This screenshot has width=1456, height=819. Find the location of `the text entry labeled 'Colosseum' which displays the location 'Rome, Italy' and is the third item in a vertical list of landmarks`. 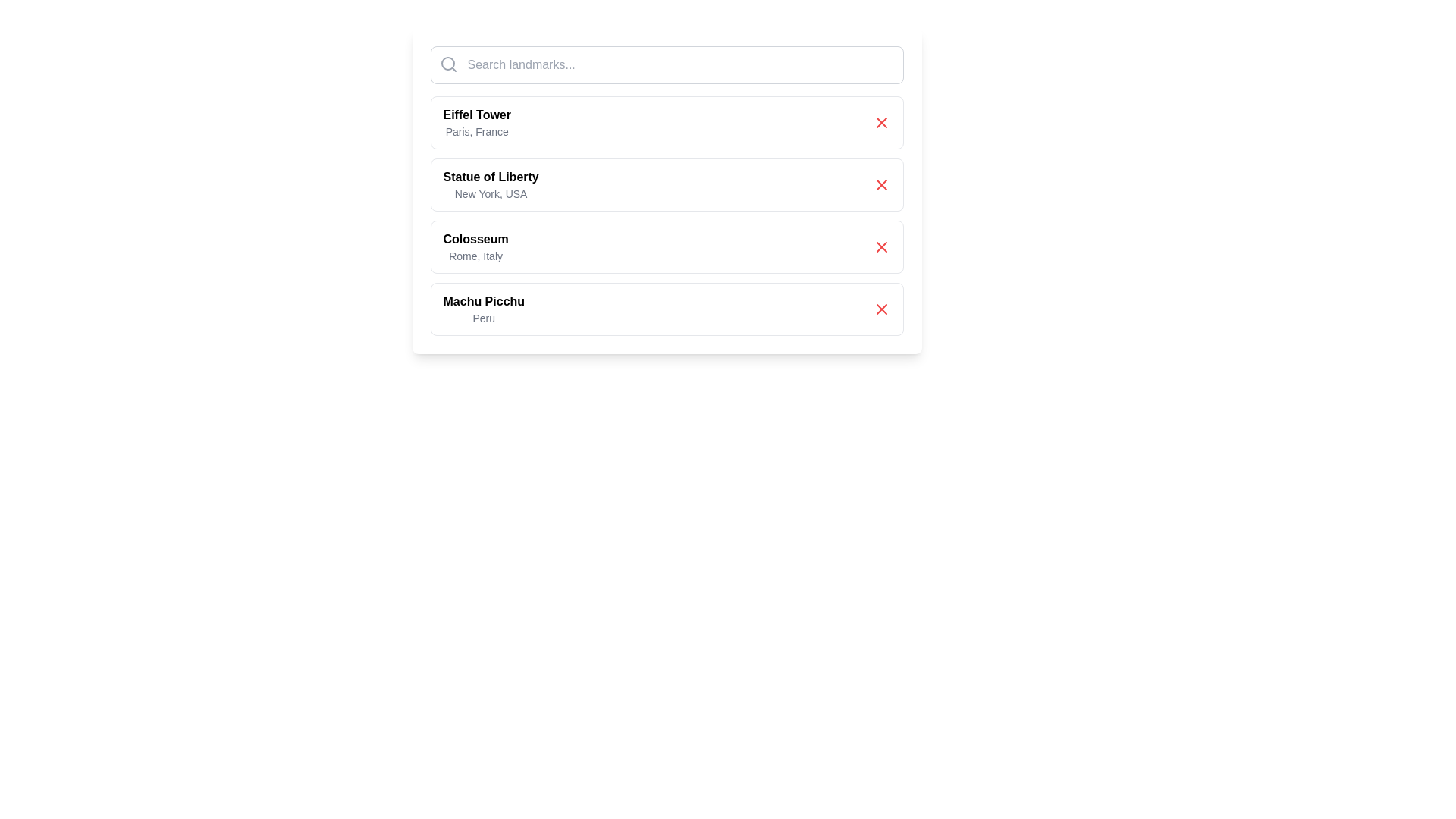

the text entry labeled 'Colosseum' which displays the location 'Rome, Italy' and is the third item in a vertical list of landmarks is located at coordinates (475, 246).